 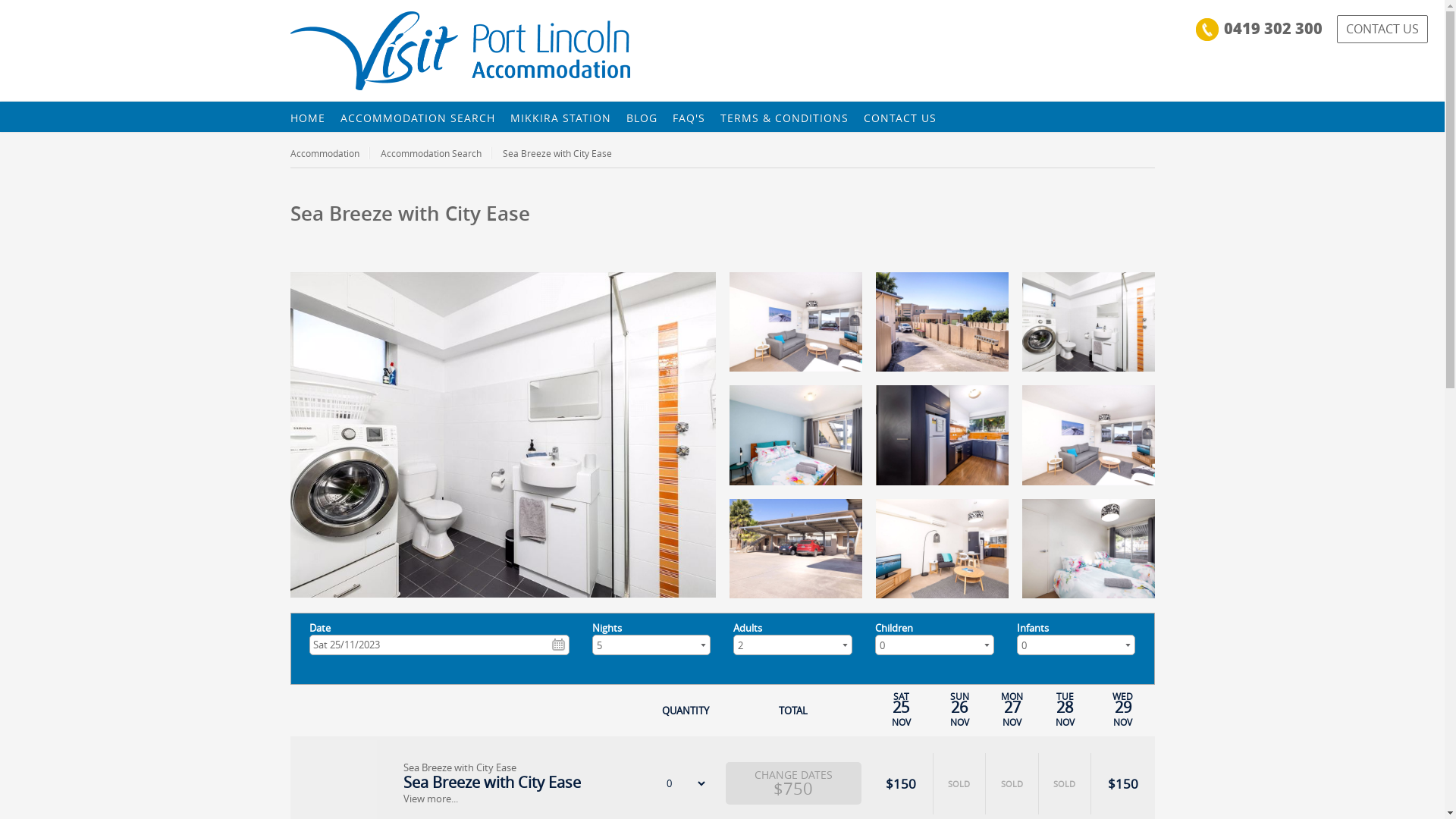 What do you see at coordinates (417, 117) in the screenshot?
I see `'ACCOMMODATION SEARCH'` at bounding box center [417, 117].